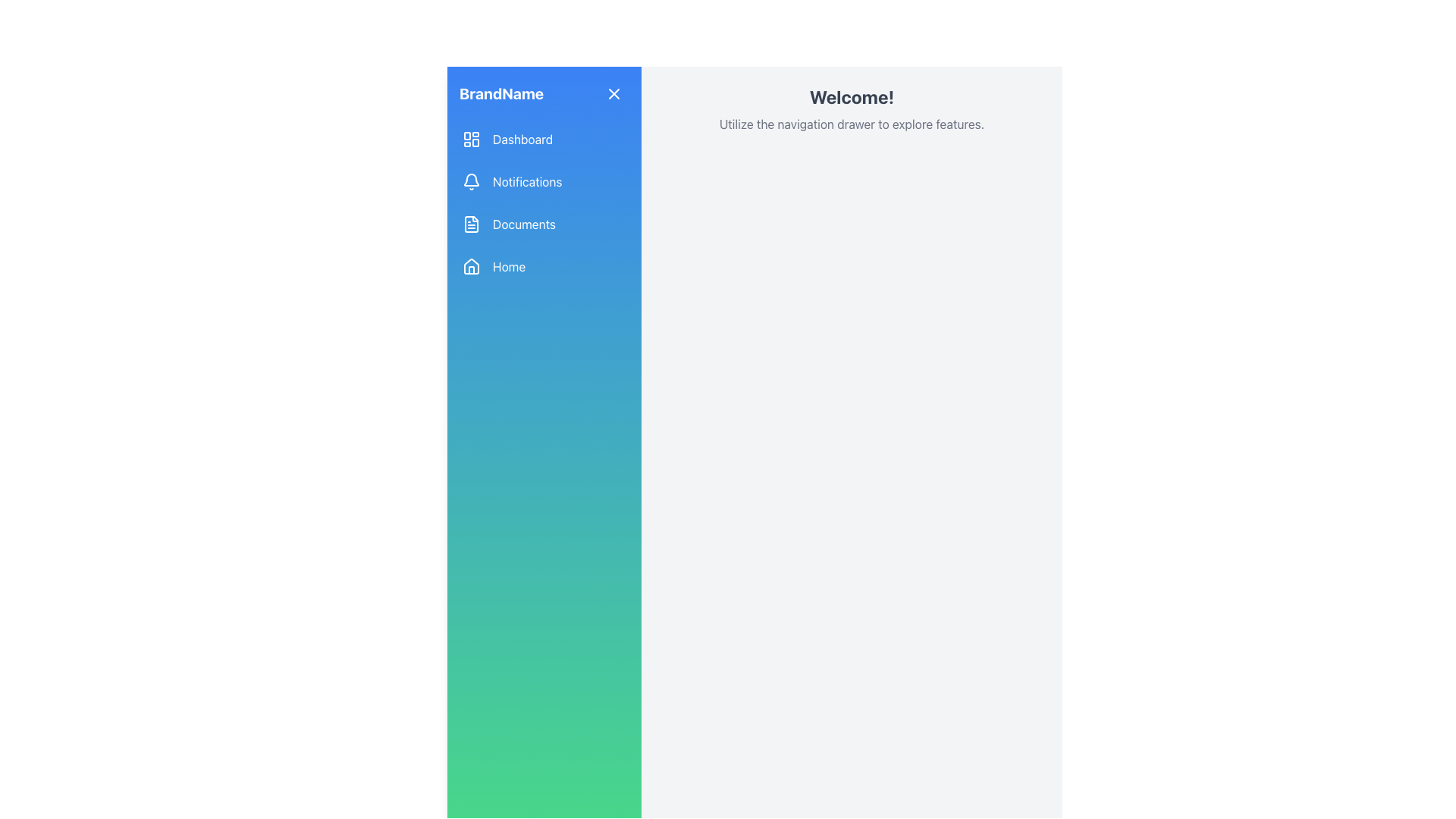  What do you see at coordinates (852, 124) in the screenshot?
I see `the static text element that reads 'Utilize the navigation drawer` at bounding box center [852, 124].